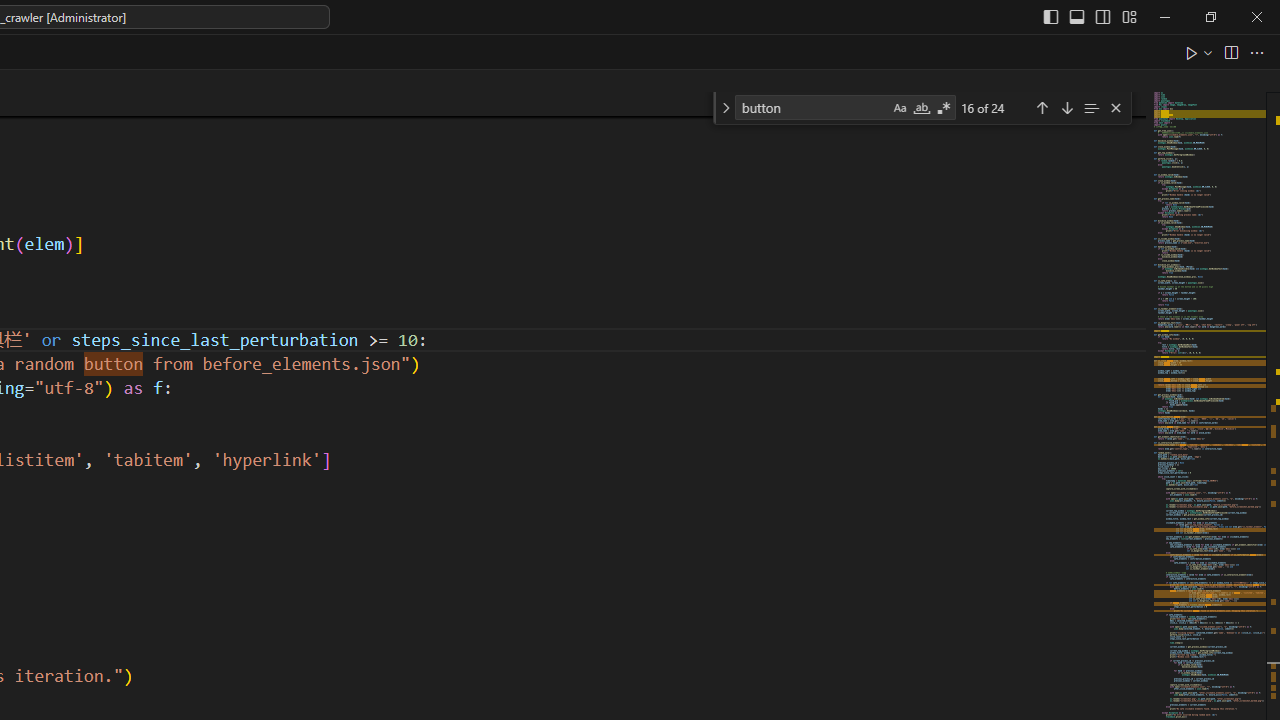 This screenshot has height=720, width=1280. What do you see at coordinates (1255, 51) in the screenshot?
I see `'More Actions...'` at bounding box center [1255, 51].